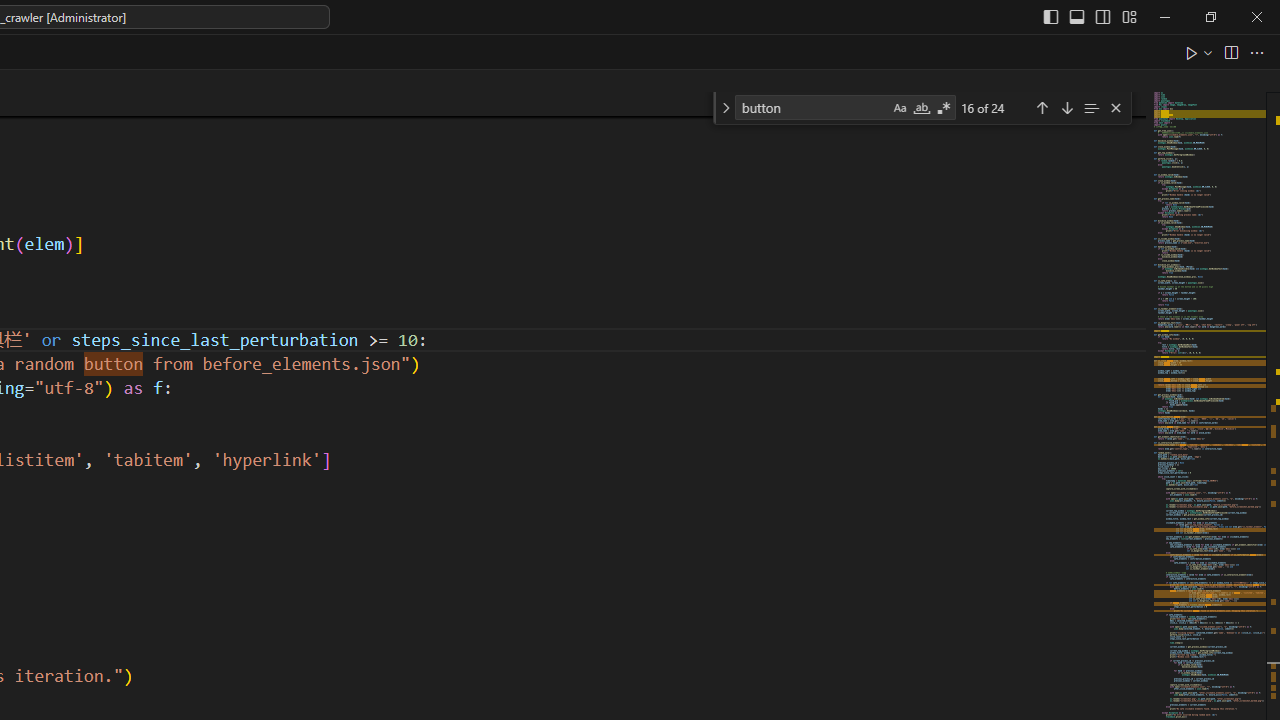 This screenshot has height=720, width=1280. What do you see at coordinates (1255, 51) in the screenshot?
I see `'More Actions...'` at bounding box center [1255, 51].